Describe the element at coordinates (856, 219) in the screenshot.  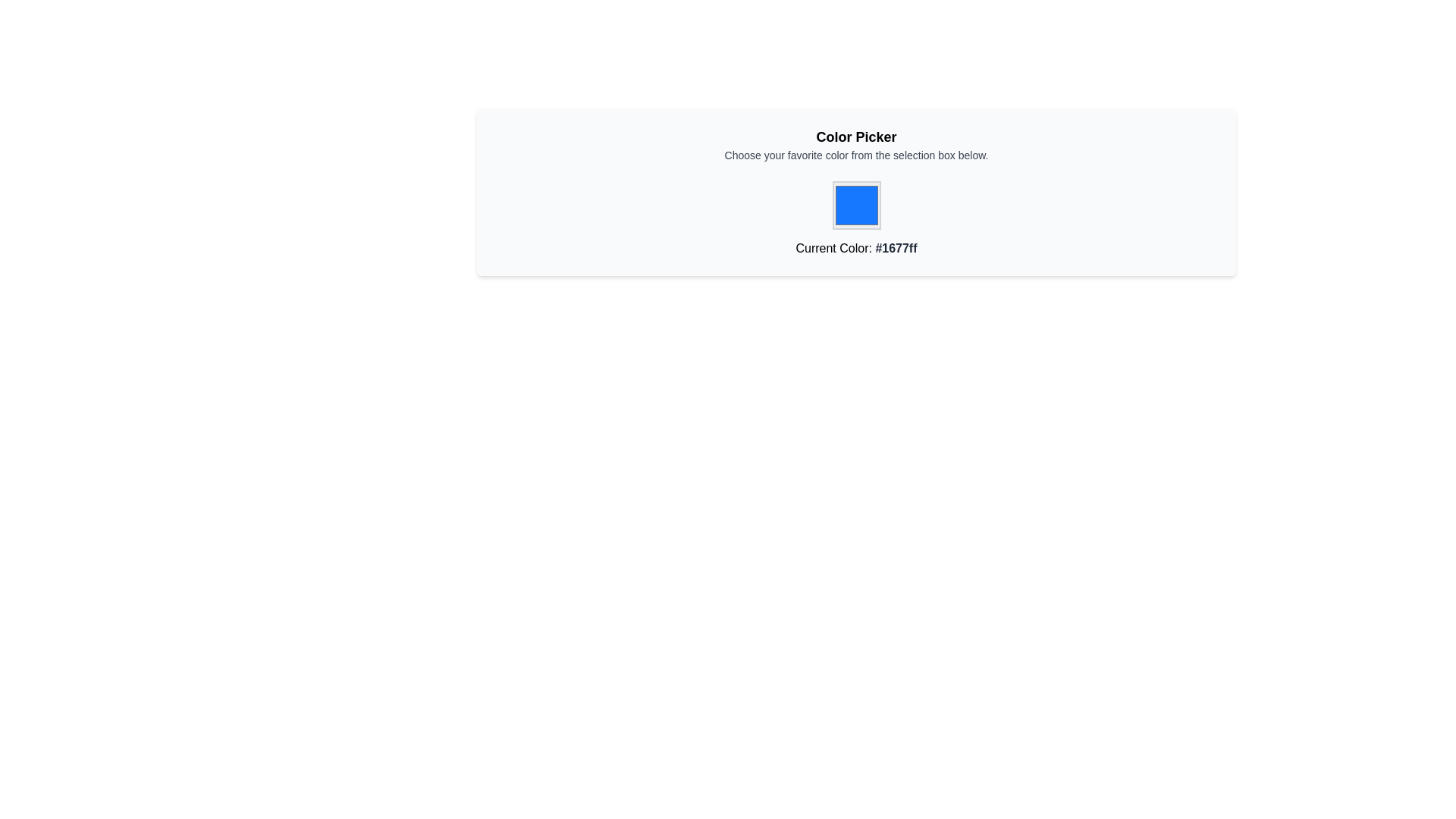
I see `the color display box with a blue fill (#1677ff) located beneath the text 'Choose your favorite color from the selection box below.'` at that location.